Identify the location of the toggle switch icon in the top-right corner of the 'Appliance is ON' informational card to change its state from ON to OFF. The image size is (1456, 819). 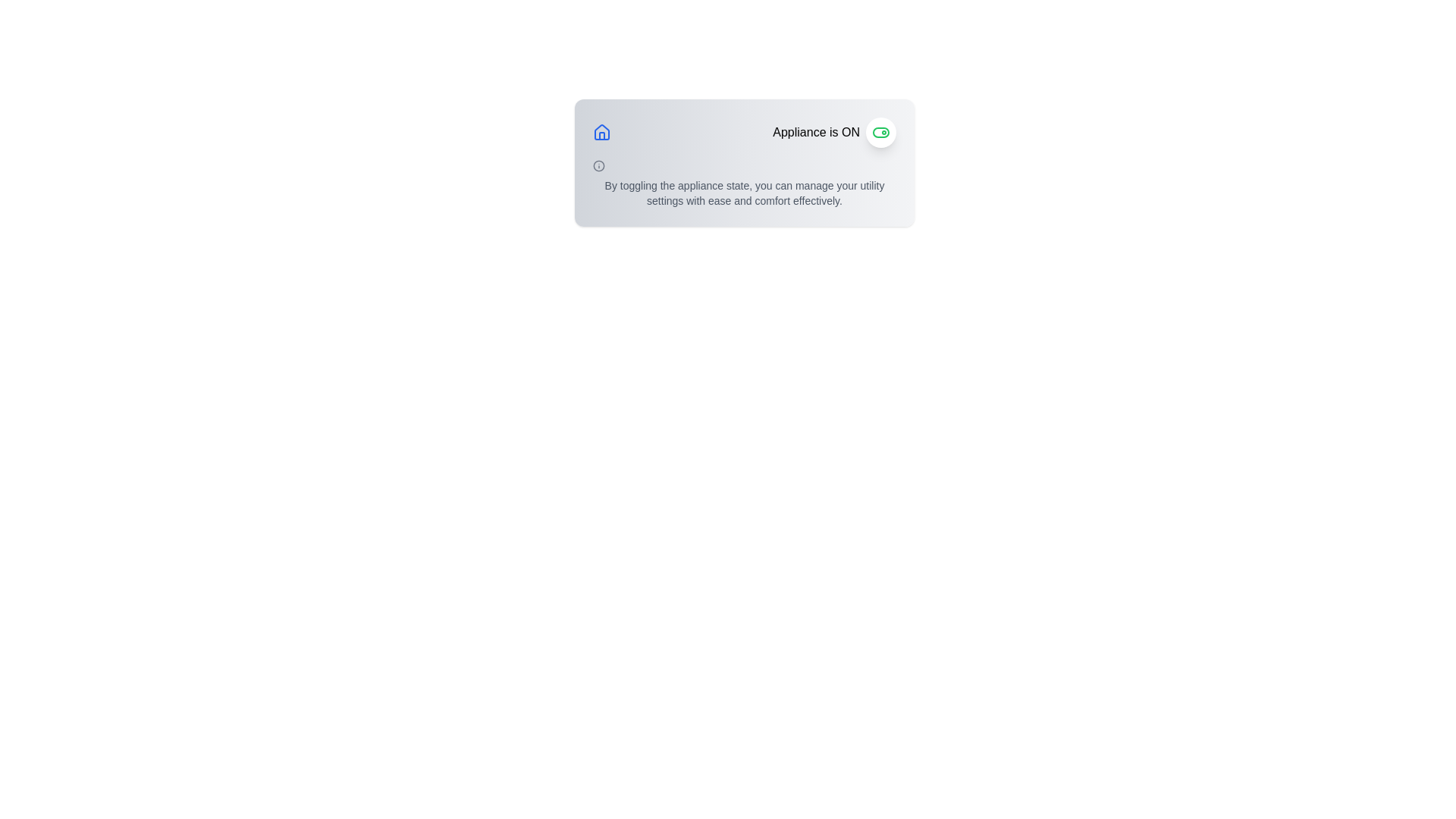
(880, 131).